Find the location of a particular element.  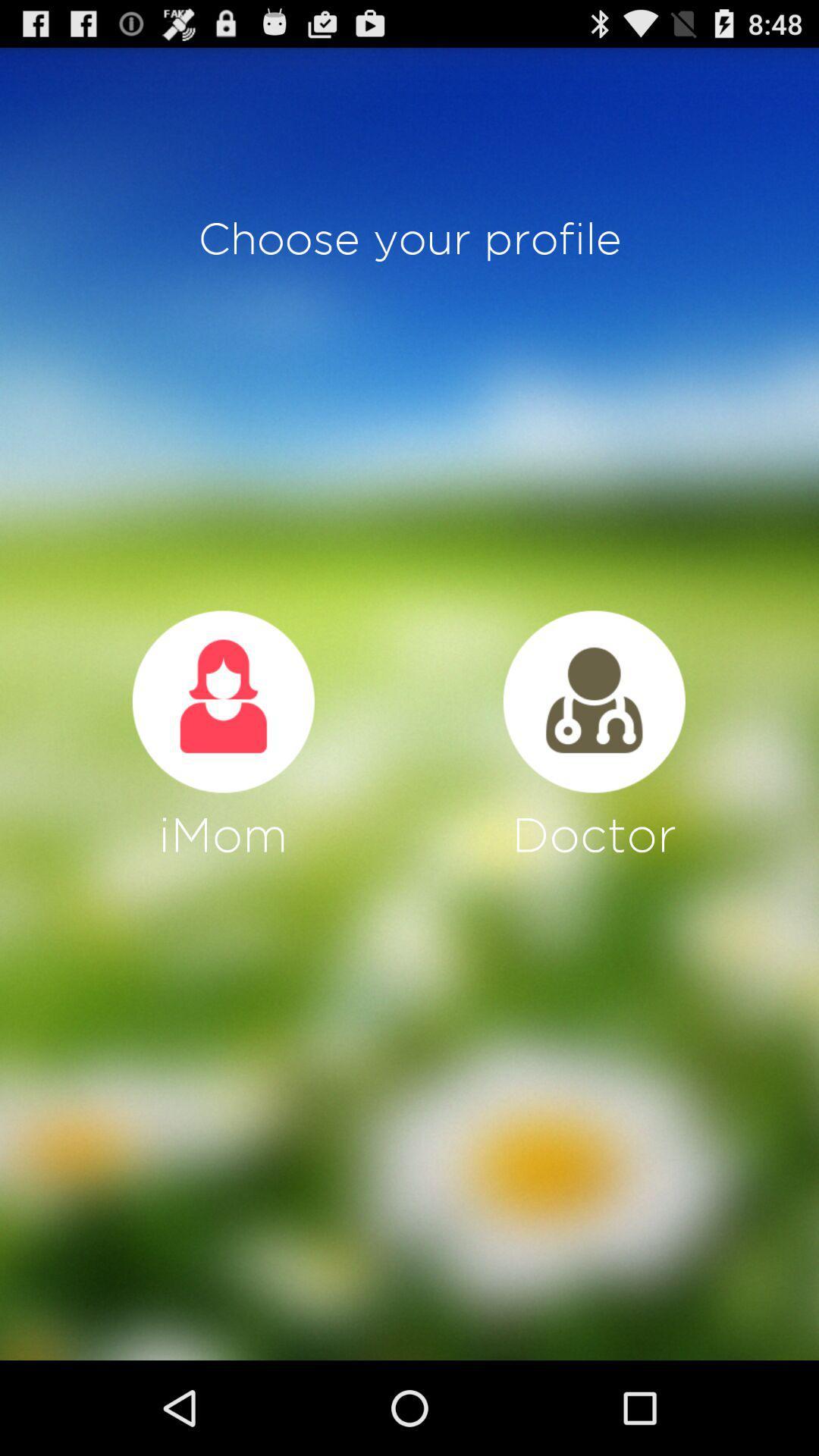

choose the doctor profile is located at coordinates (593, 701).